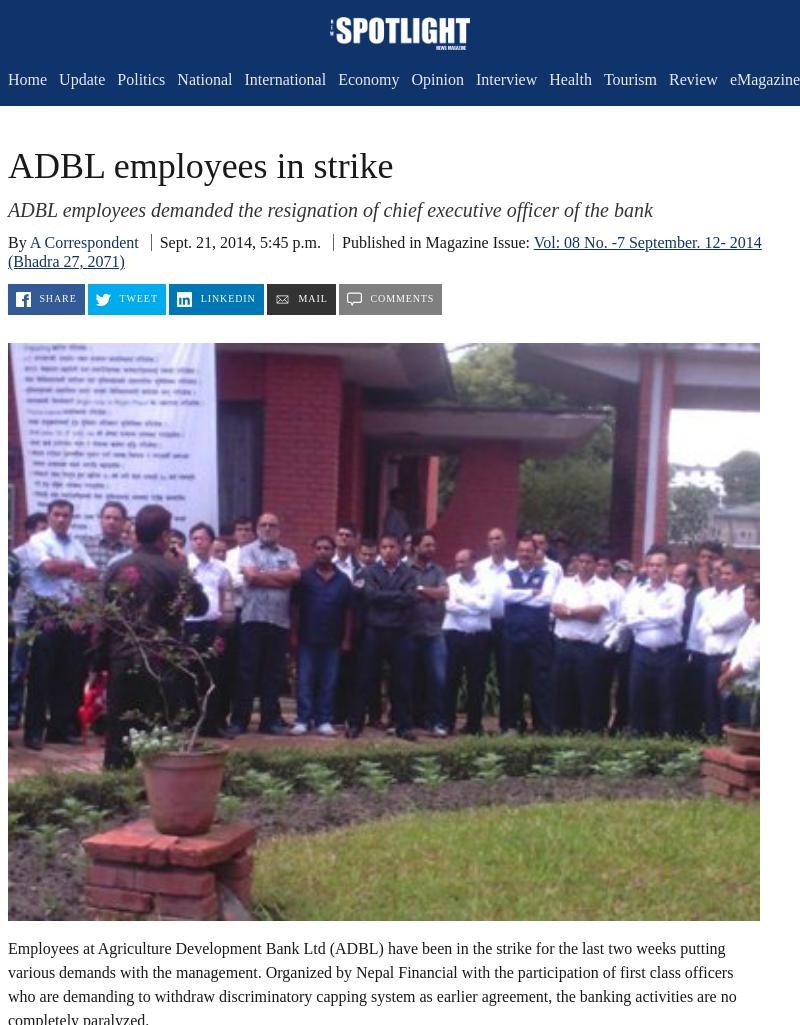 This screenshot has width=800, height=1025. I want to click on 'Health', so click(549, 78).